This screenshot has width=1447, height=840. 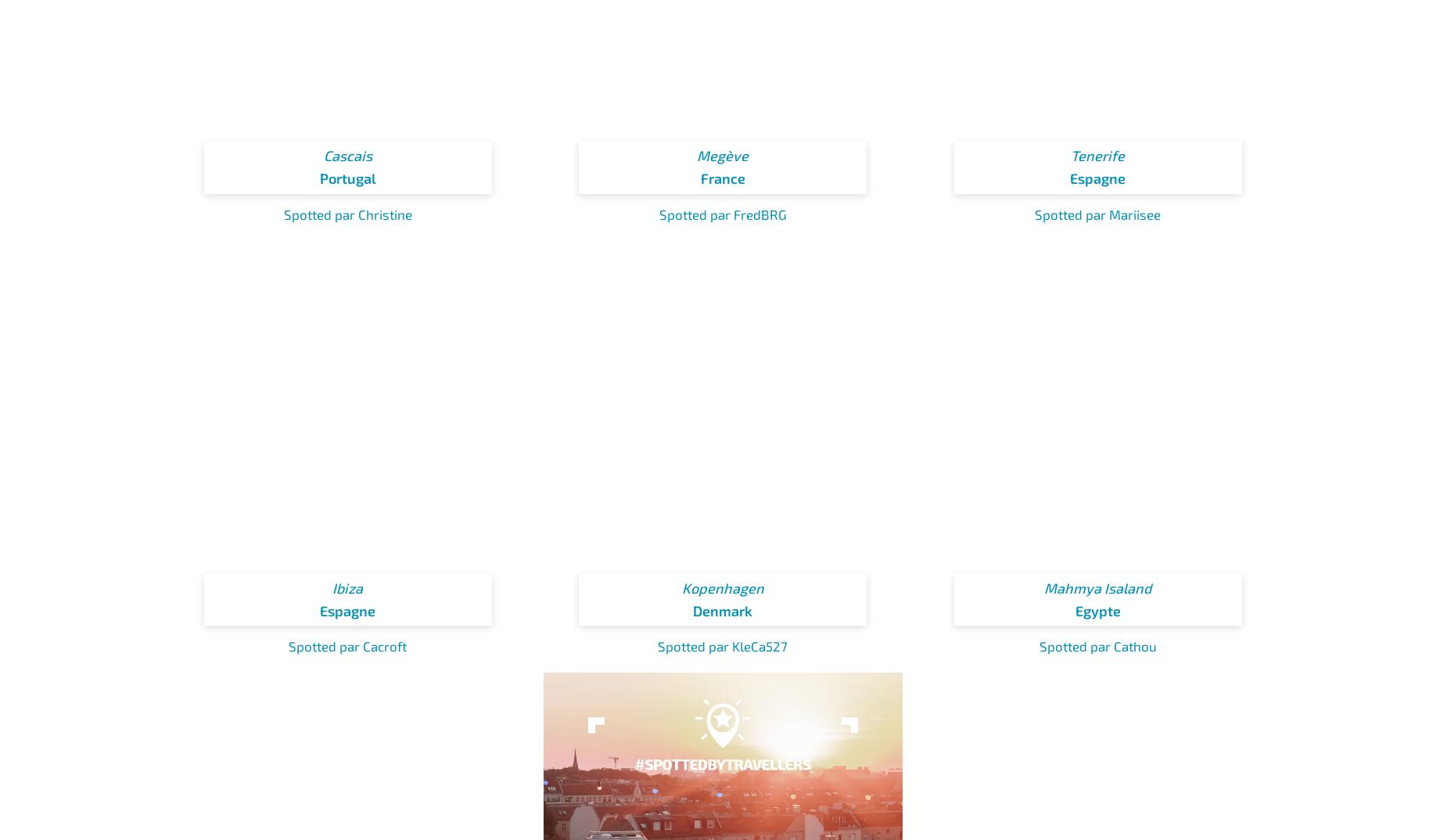 I want to click on 'Portugal', so click(x=318, y=178).